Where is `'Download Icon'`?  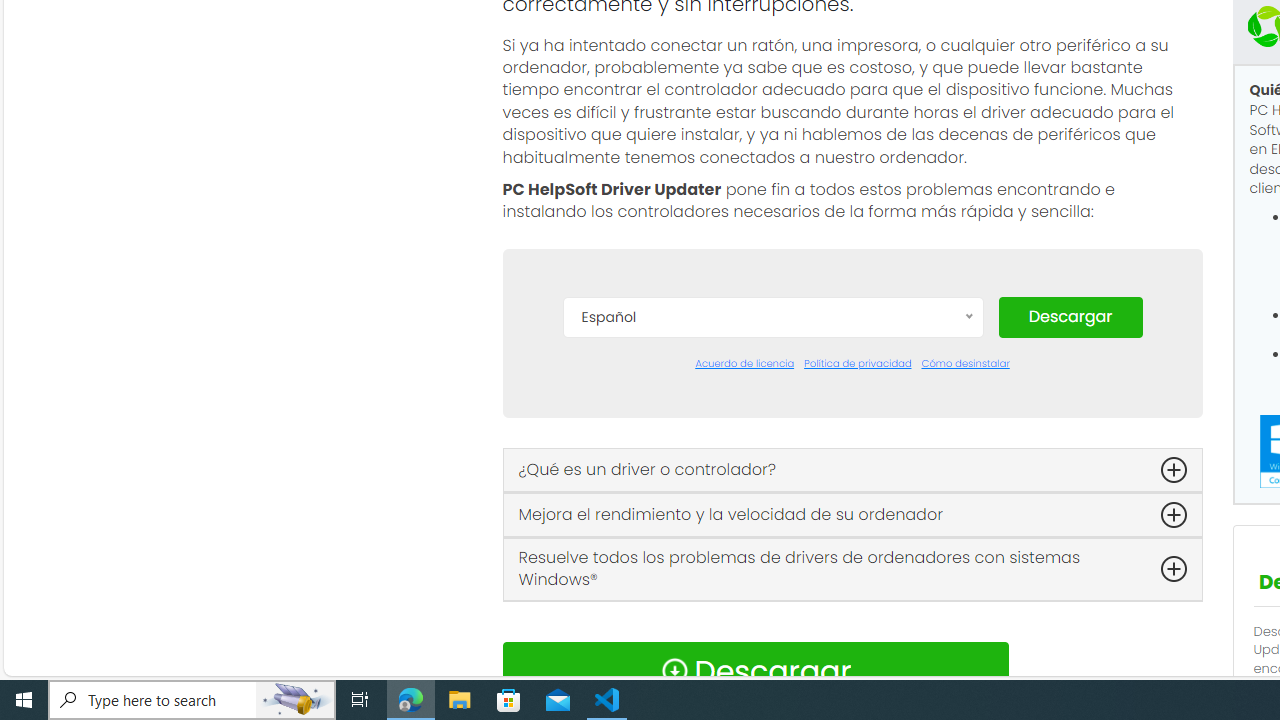
'Download Icon' is located at coordinates (674, 671).